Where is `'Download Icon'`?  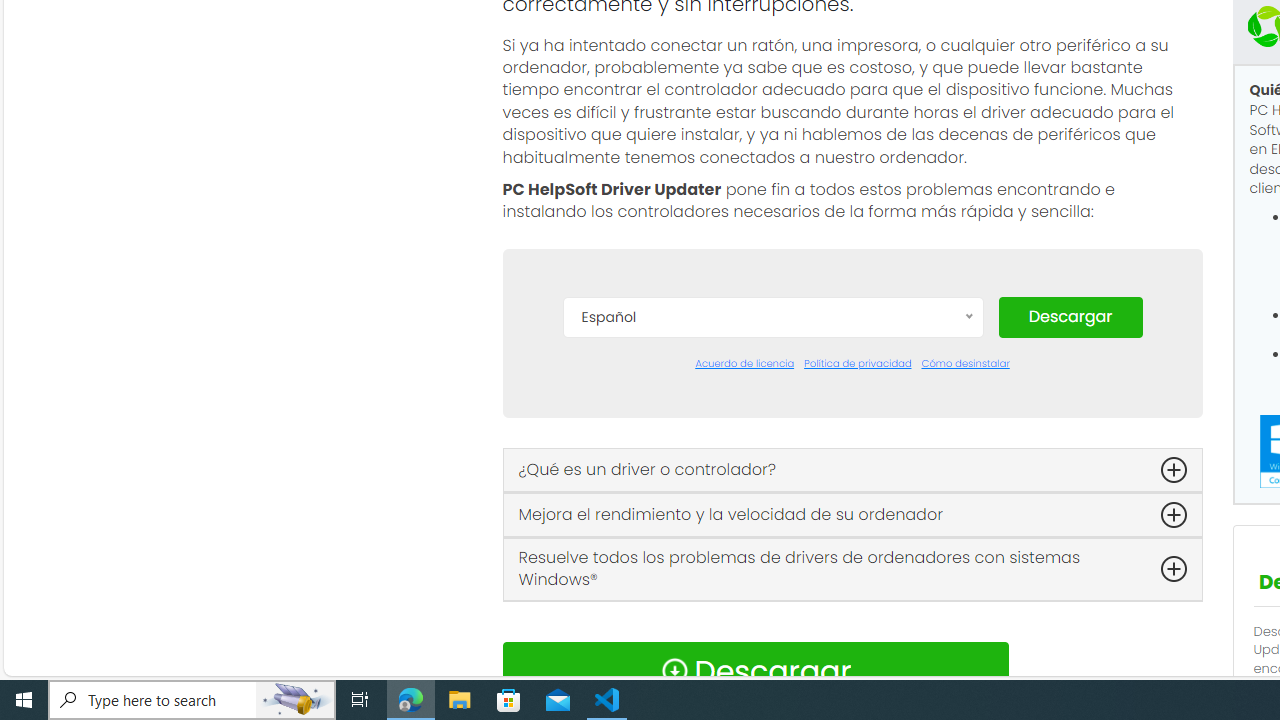
'Download Icon' is located at coordinates (674, 671).